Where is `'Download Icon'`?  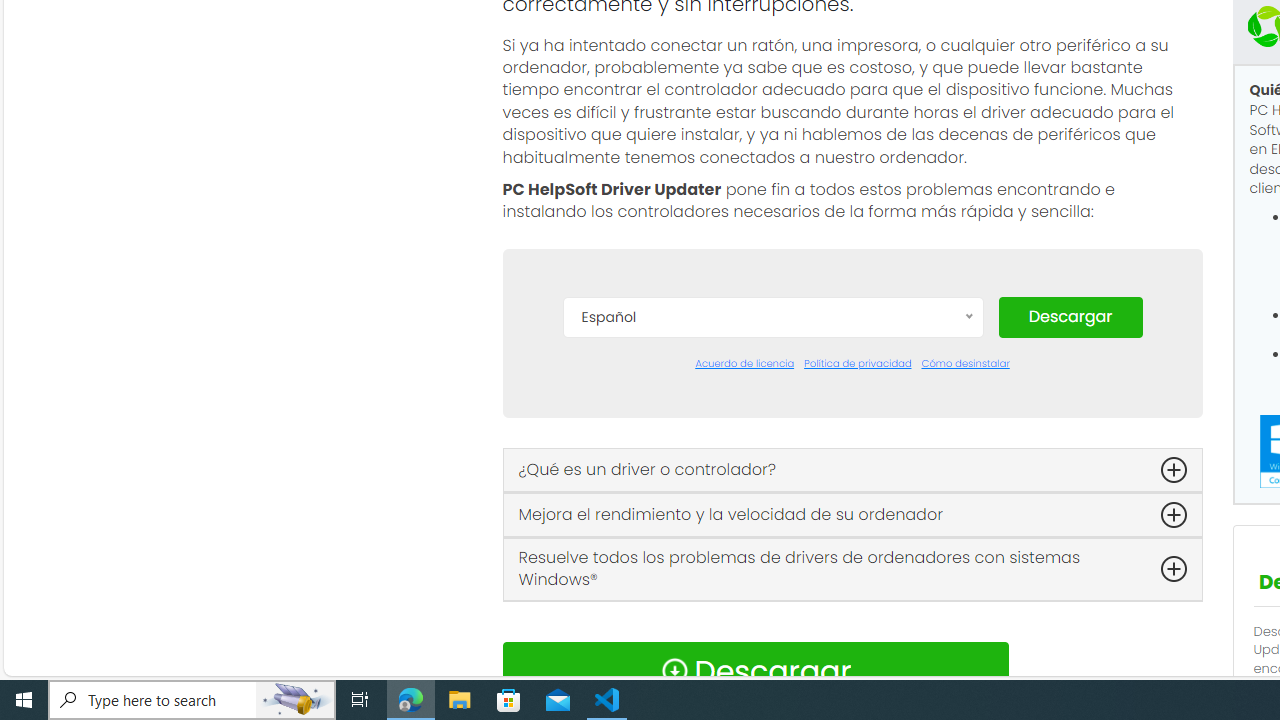
'Download Icon' is located at coordinates (674, 671).